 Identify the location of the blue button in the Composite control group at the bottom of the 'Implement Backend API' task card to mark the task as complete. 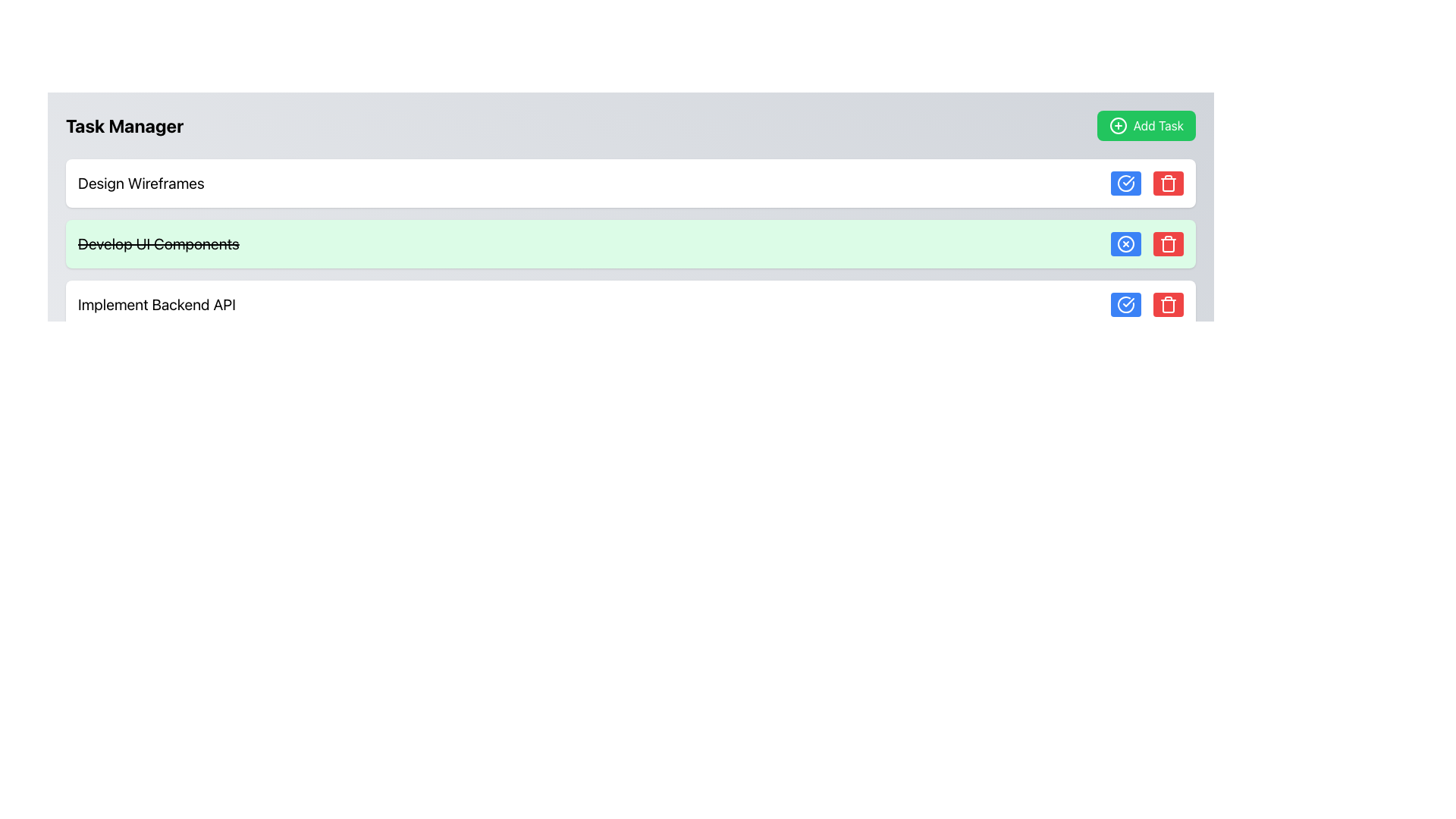
(1147, 304).